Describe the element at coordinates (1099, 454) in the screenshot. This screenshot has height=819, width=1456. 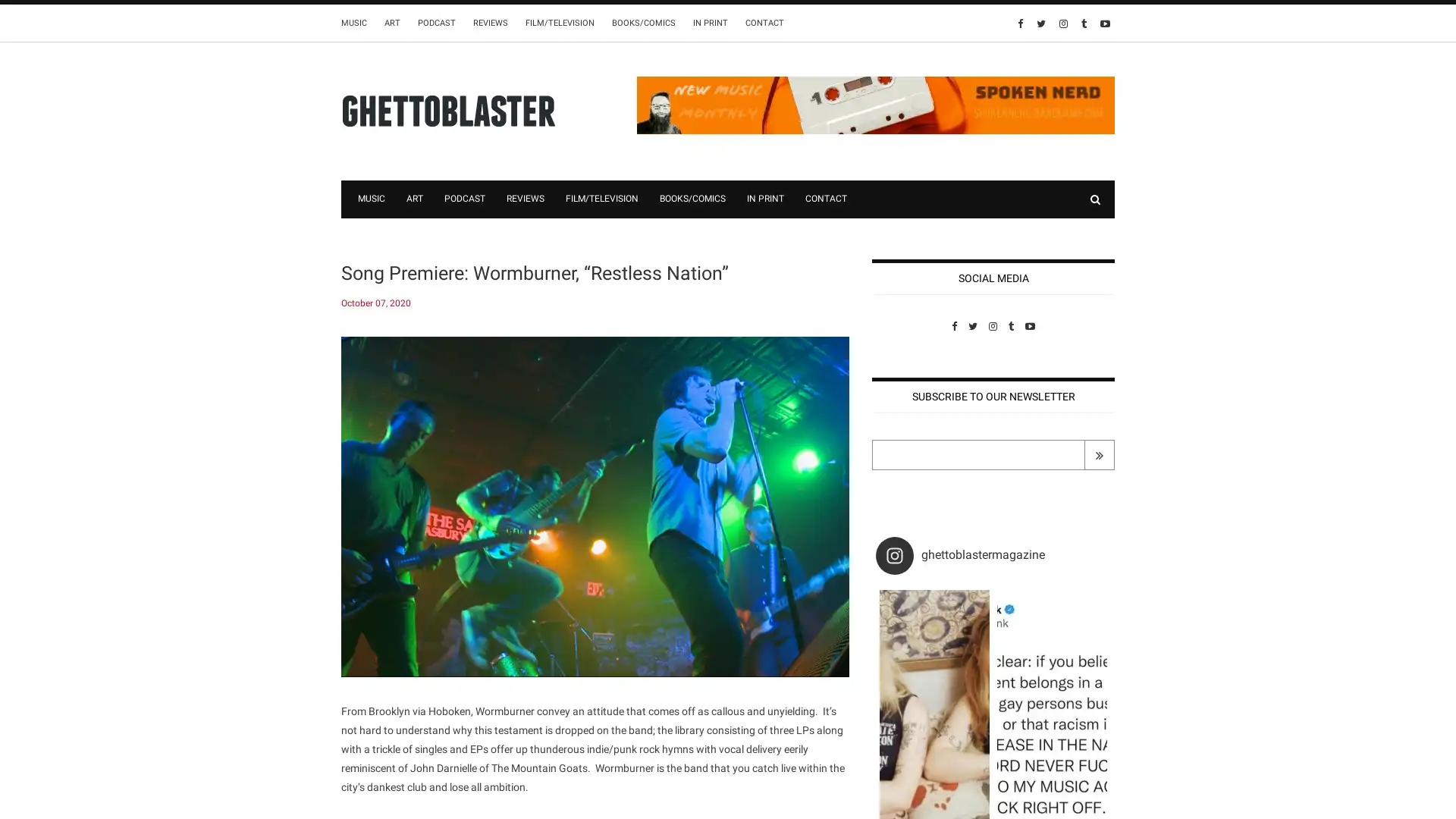
I see `Subscribe!` at that location.